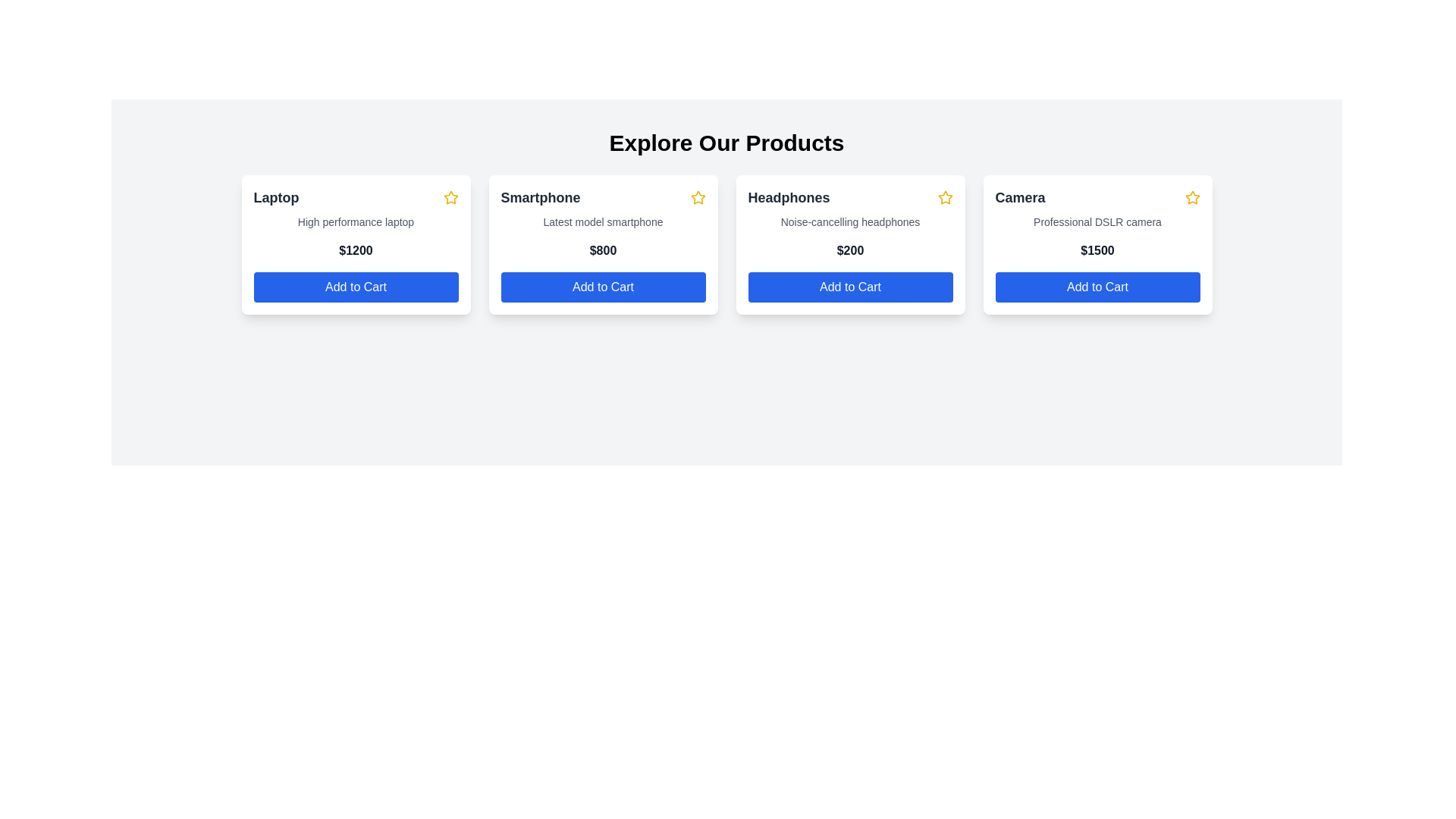 Image resolution: width=1456 pixels, height=819 pixels. Describe the element at coordinates (355, 222) in the screenshot. I see `the descriptive text label for the laptop, which is located beneath the title 'Laptop' and above the price '$1200' on the first card in the horizontal product list` at that location.